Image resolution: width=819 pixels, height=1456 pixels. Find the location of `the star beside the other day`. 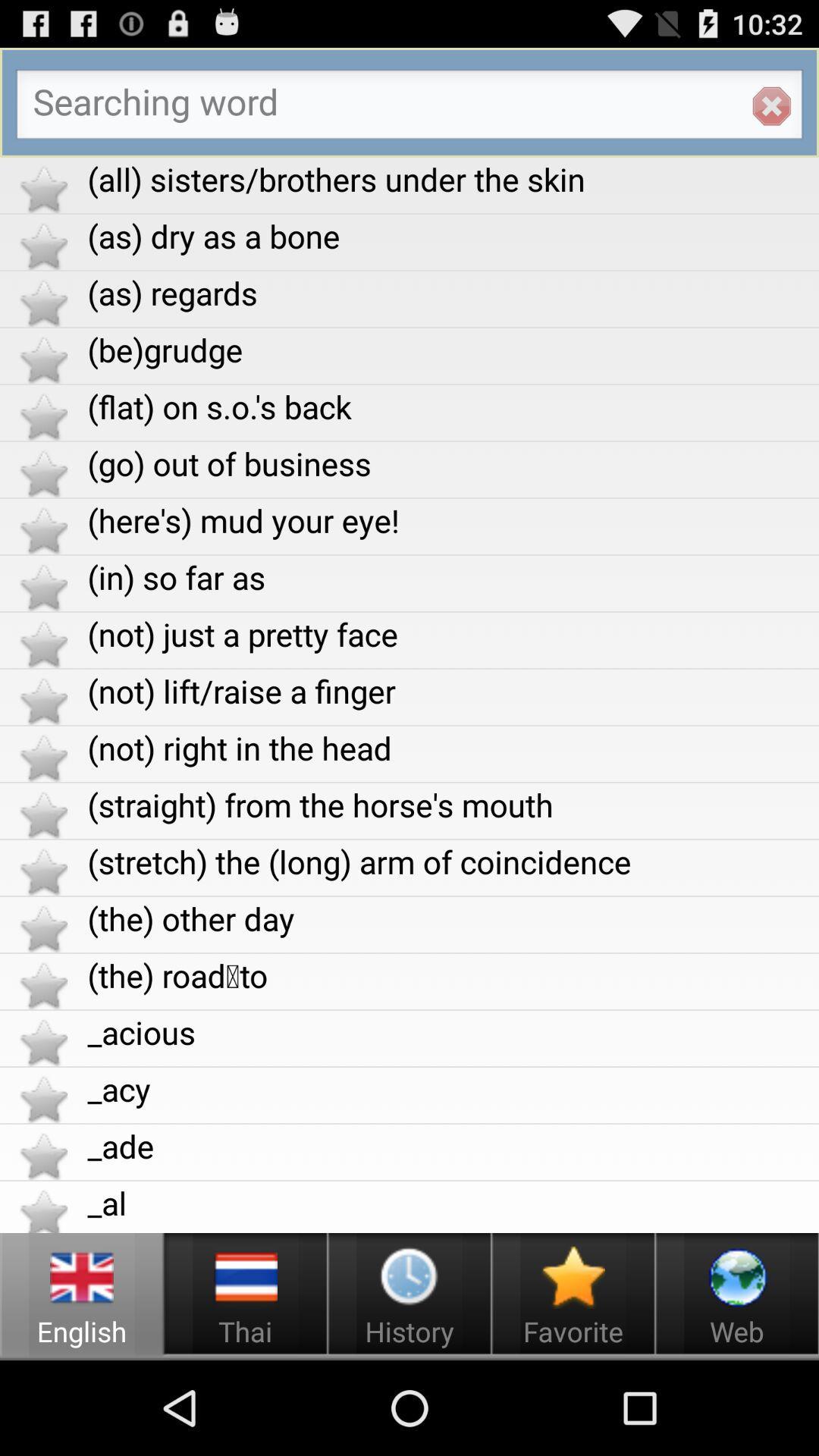

the star beside the other day is located at coordinates (42, 927).